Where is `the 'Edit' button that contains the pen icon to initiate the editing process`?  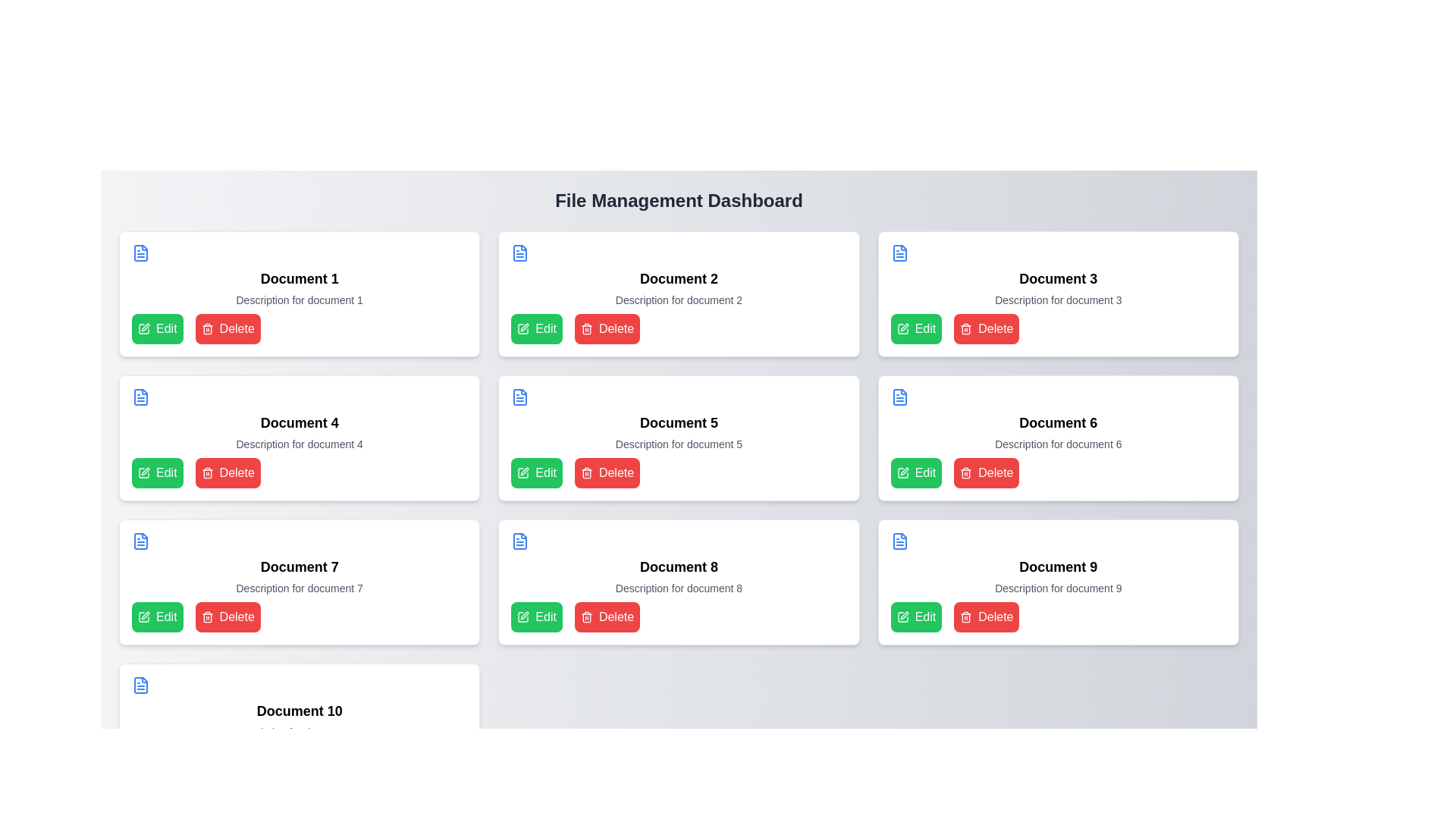
the 'Edit' button that contains the pen icon to initiate the editing process is located at coordinates (524, 616).